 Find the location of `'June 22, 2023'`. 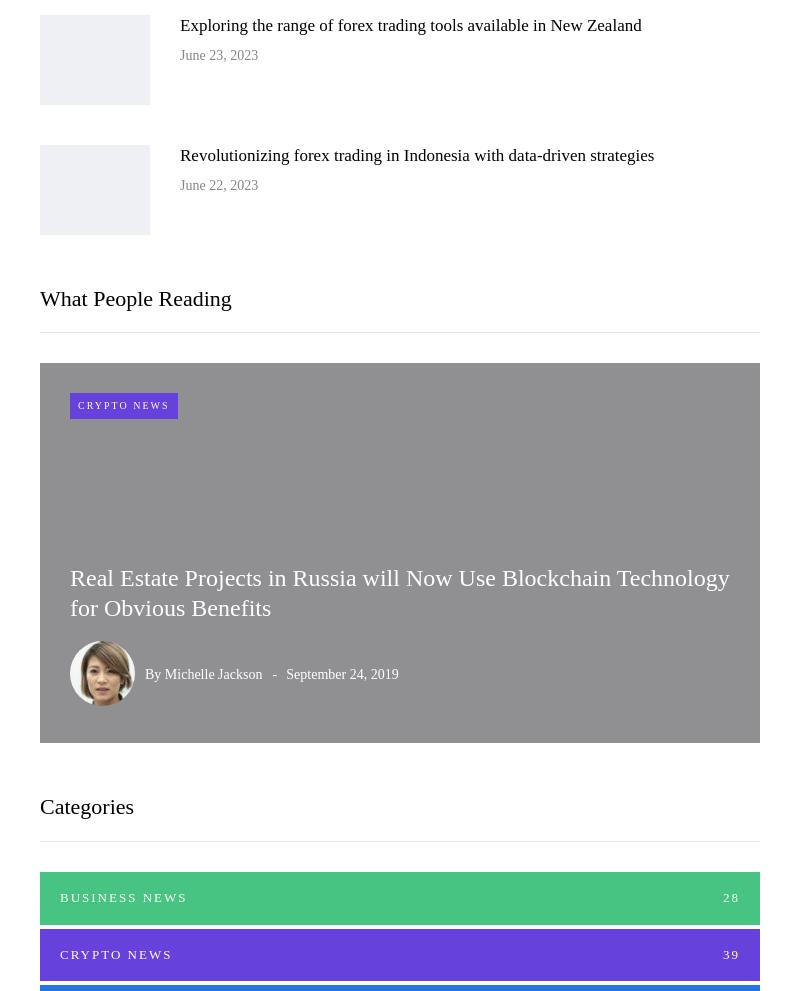

'June 22, 2023' is located at coordinates (217, 184).